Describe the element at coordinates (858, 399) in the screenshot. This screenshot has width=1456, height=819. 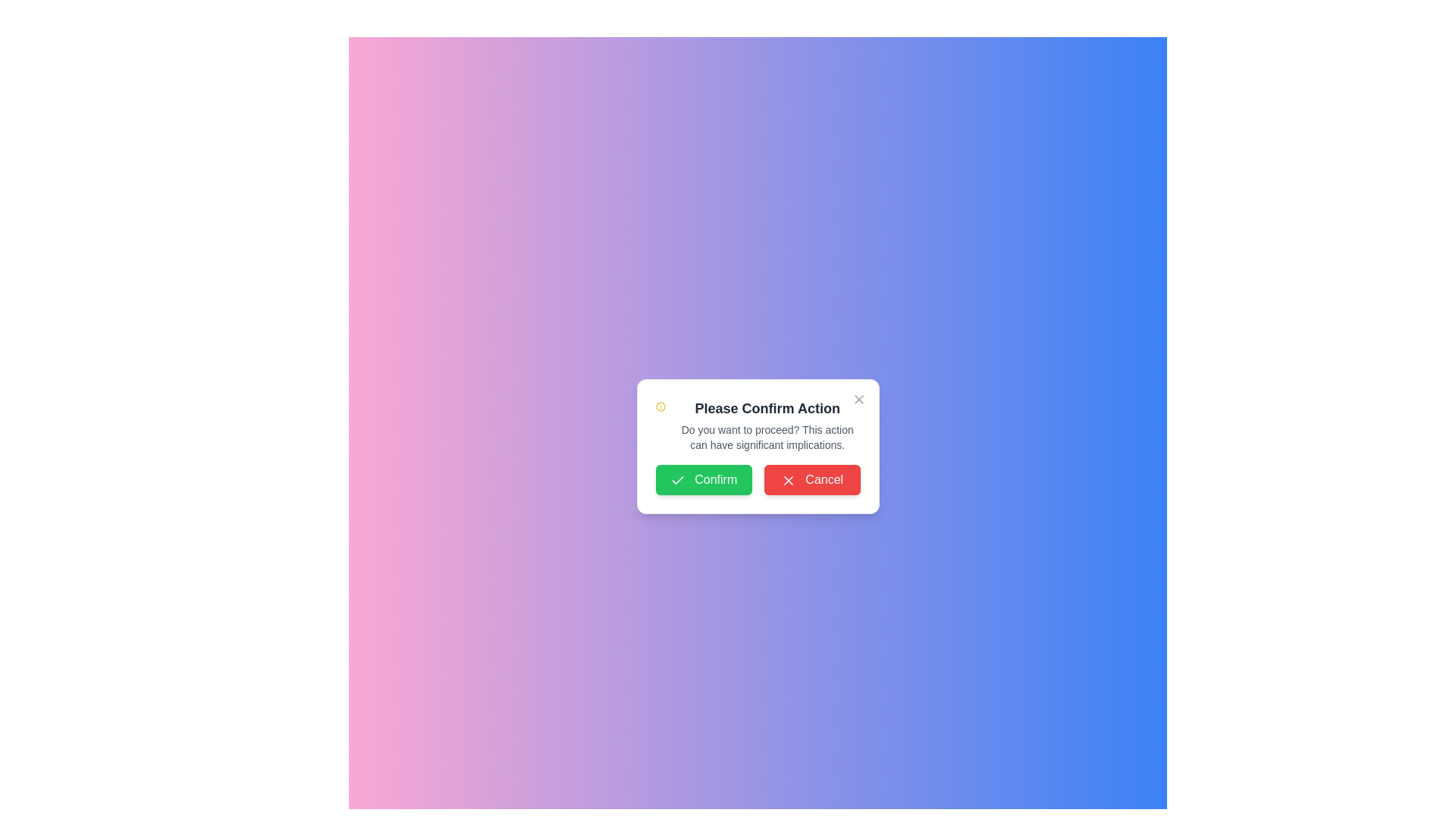
I see `the 'X' icon in the top-right corner of the modal dialog box` at that location.